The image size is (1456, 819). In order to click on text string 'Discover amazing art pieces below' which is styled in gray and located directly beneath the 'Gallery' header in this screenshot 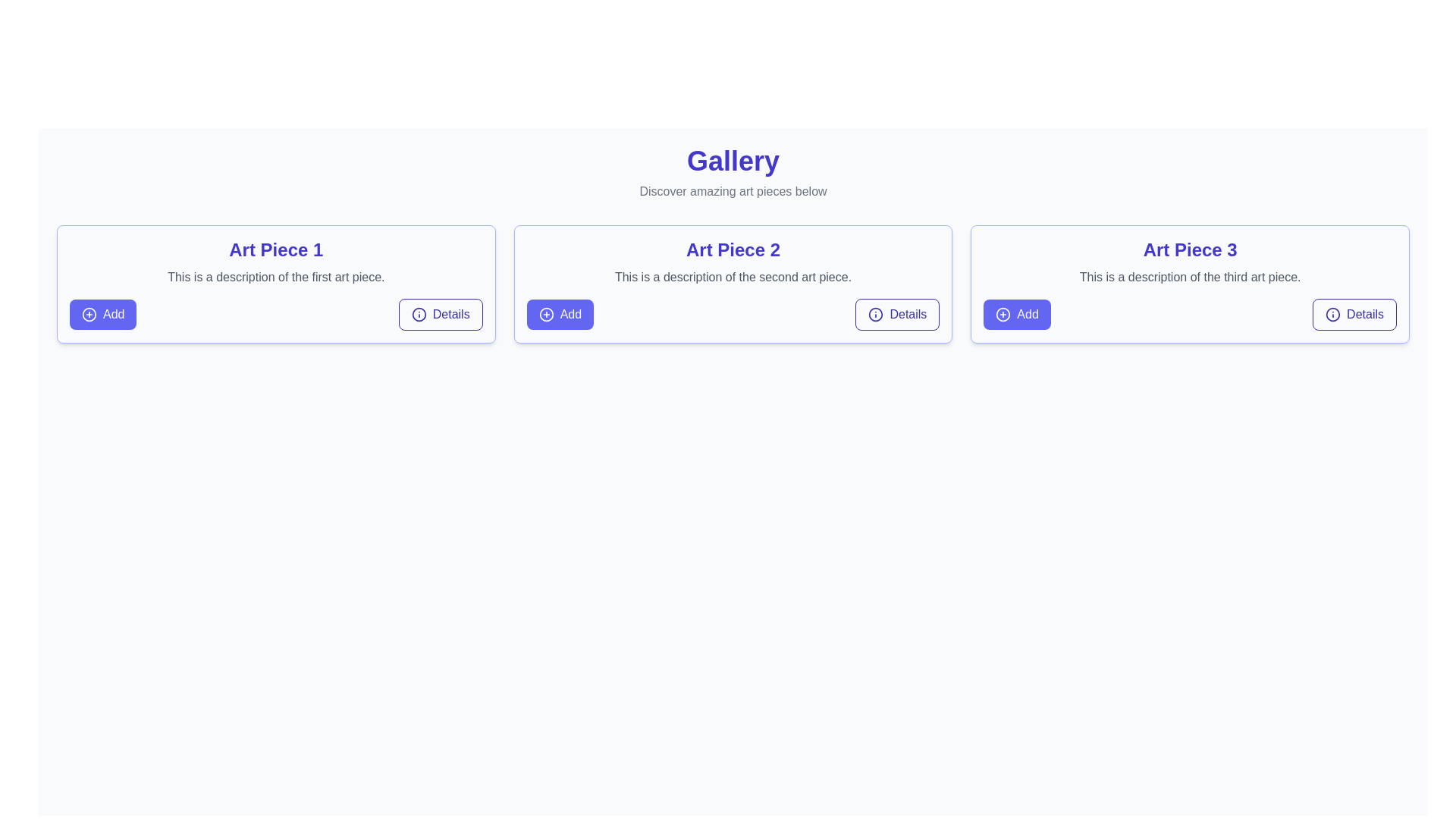, I will do `click(733, 191)`.